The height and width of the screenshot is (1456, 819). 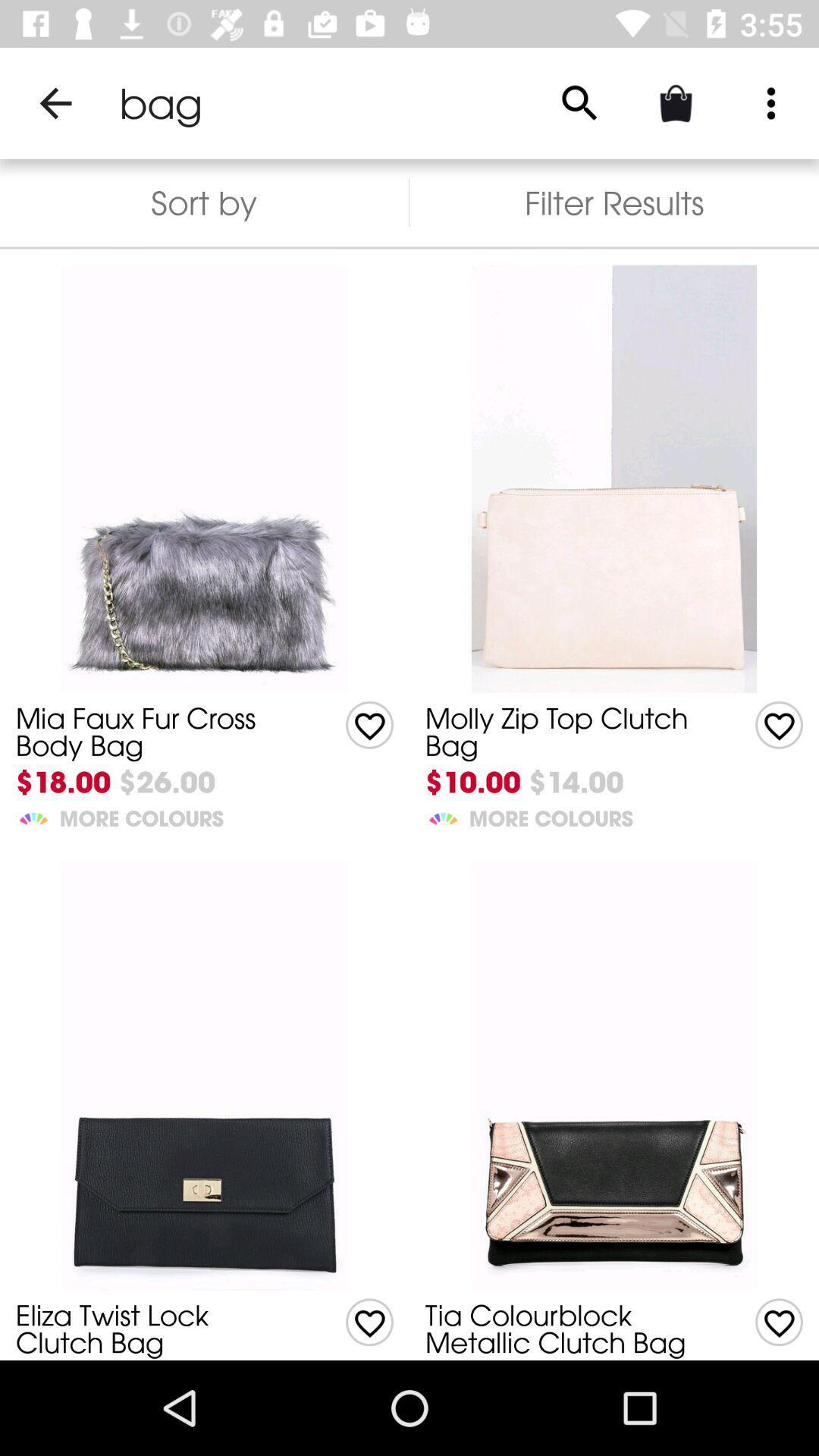 I want to click on the item above the $18.00 icon, so click(x=566, y=1328).